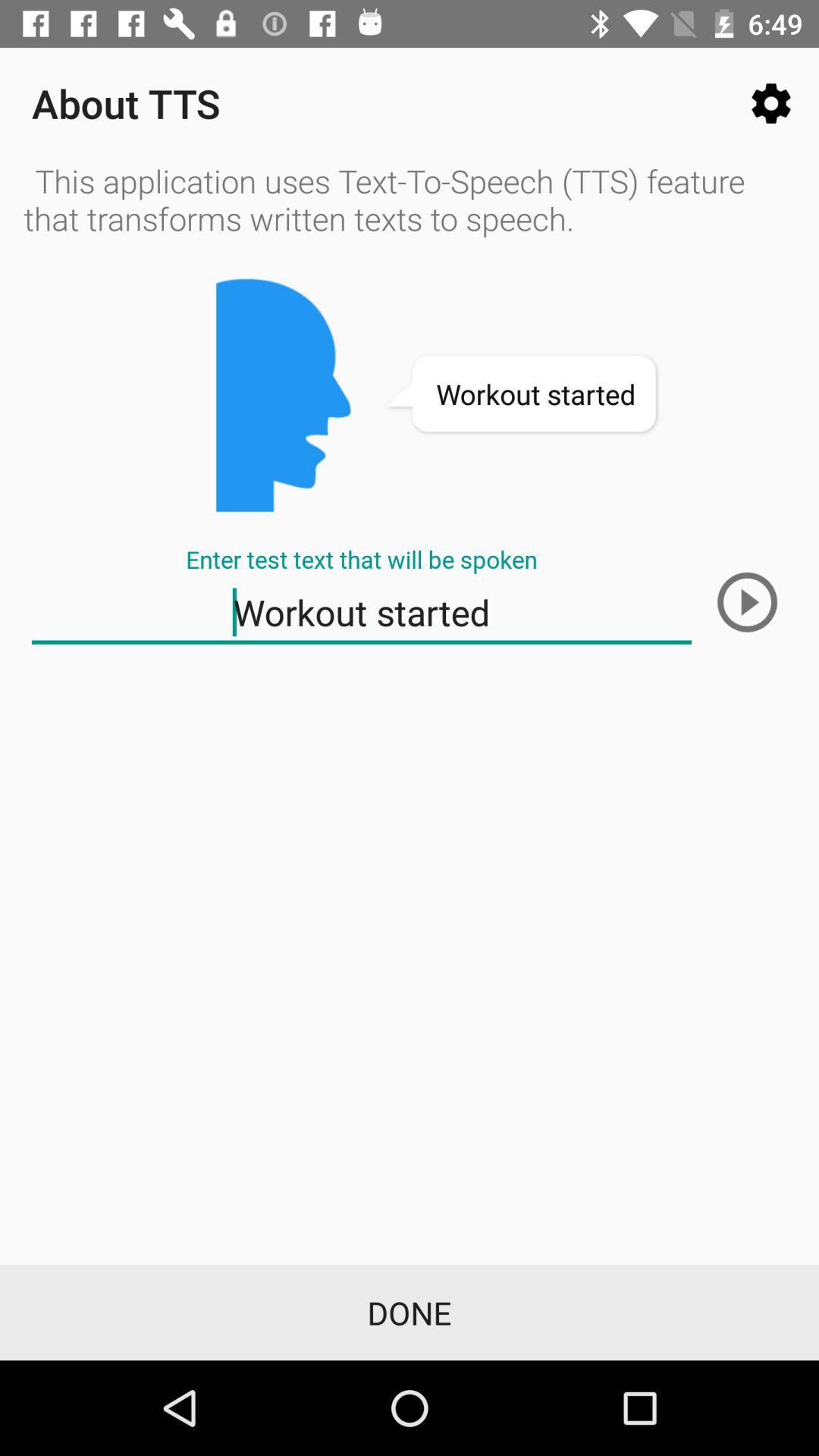  Describe the element at coordinates (746, 601) in the screenshot. I see `listen to text` at that location.